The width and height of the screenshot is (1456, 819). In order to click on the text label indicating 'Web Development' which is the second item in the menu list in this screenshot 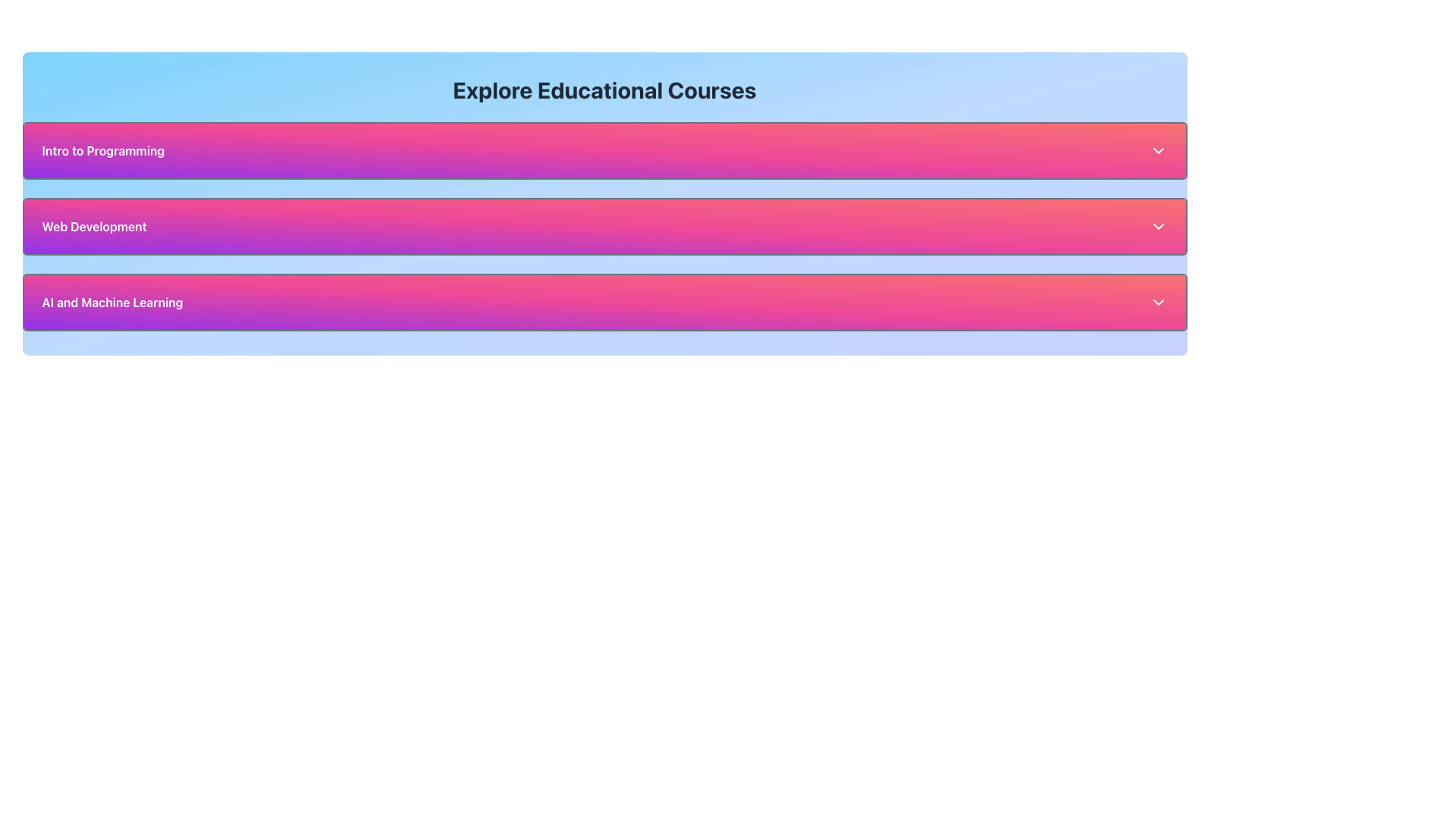, I will do `click(93, 227)`.